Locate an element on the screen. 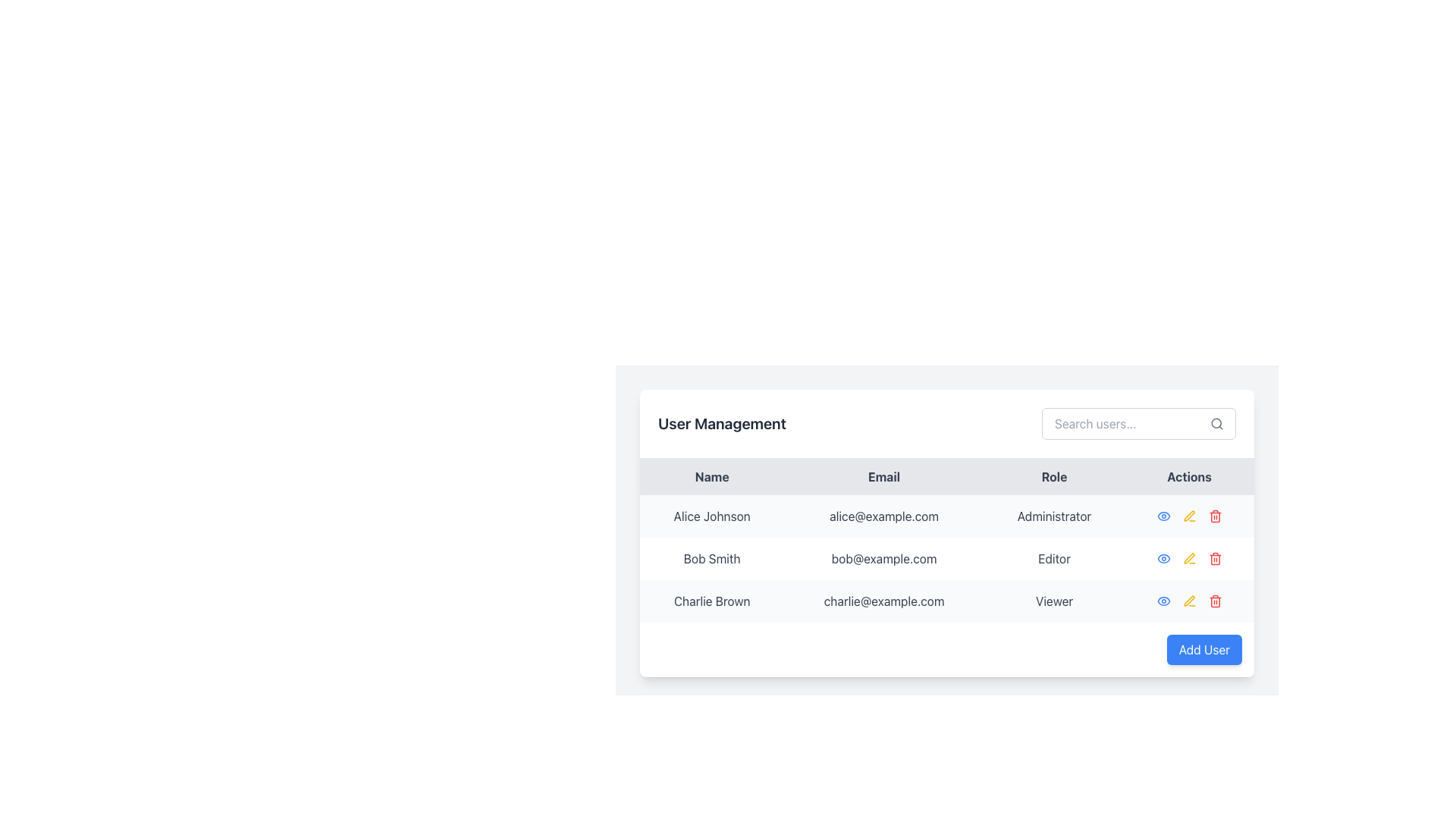 This screenshot has height=819, width=1456. name, email, and role information from the third row of the user management table, which contains the details for 'Charlie Brown' is located at coordinates (946, 601).